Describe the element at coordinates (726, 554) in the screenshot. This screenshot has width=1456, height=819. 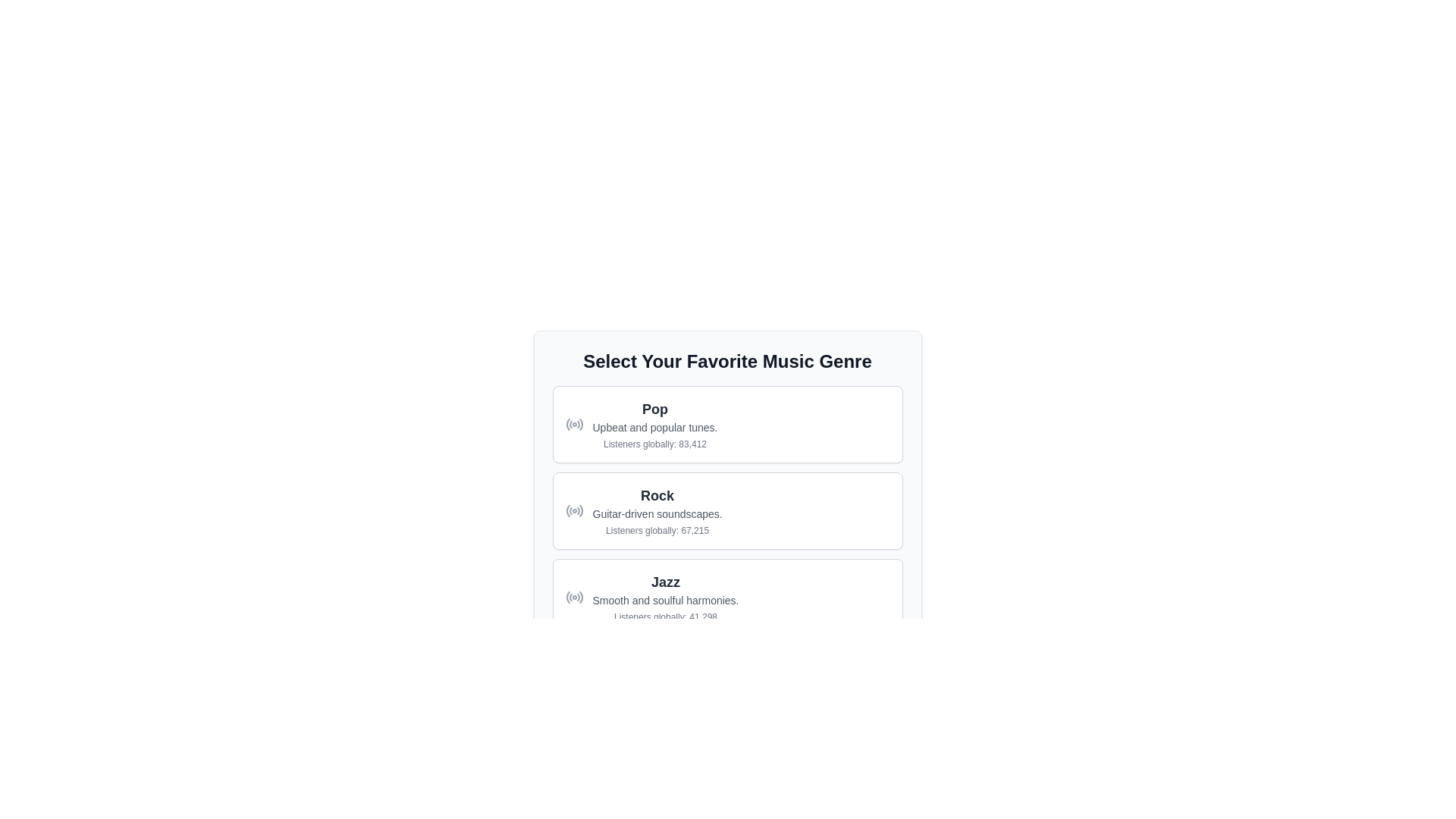
I see `details of each genre block within the list of music genres presented below the title 'Select Your Favorite Music Genre.'` at that location.